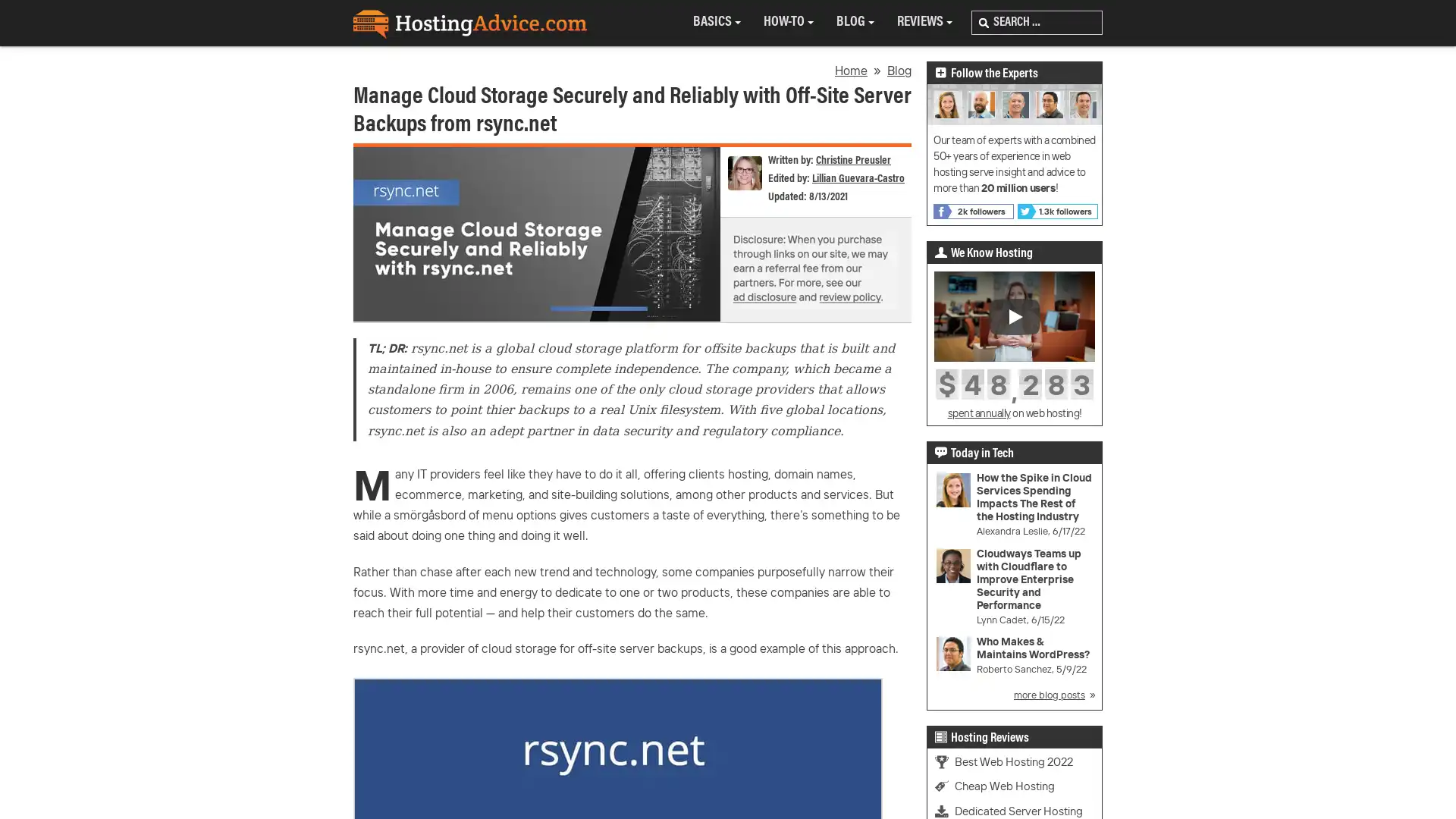  What do you see at coordinates (984, 23) in the screenshot?
I see `Search` at bounding box center [984, 23].